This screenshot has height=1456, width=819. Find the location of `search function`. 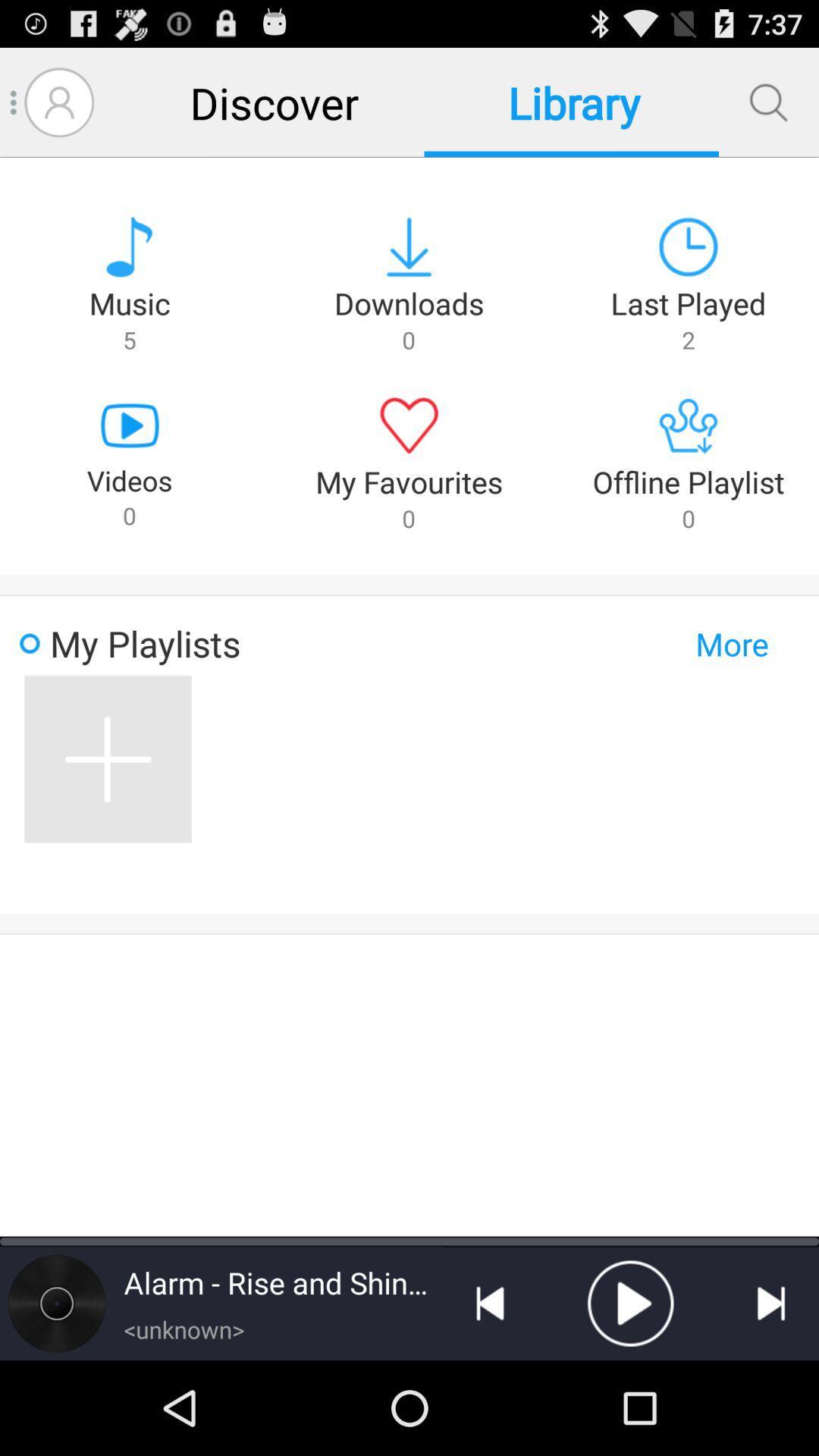

search function is located at coordinates (768, 102).